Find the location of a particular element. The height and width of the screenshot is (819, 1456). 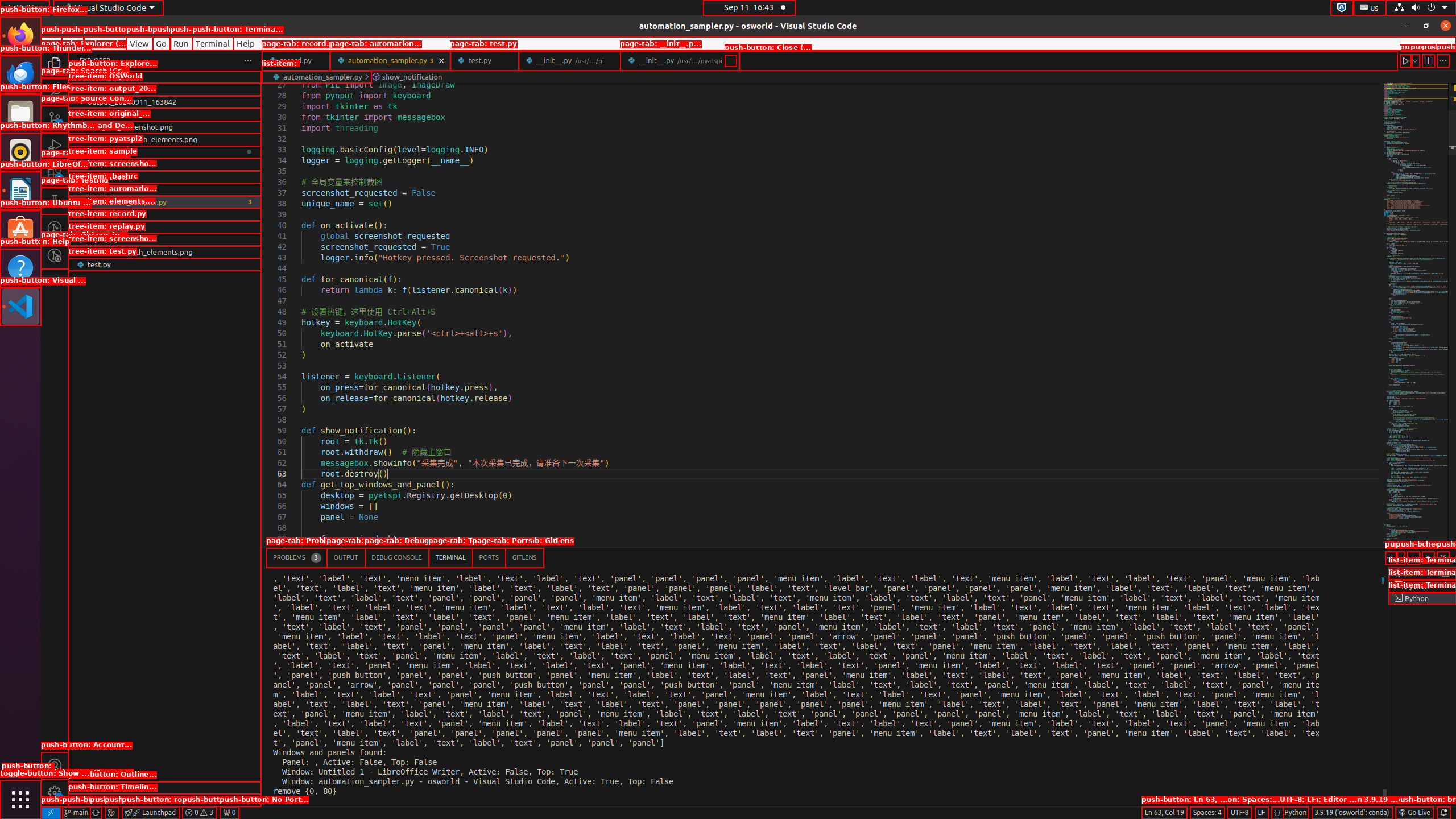

'Run or Debug...' is located at coordinates (1414, 60).